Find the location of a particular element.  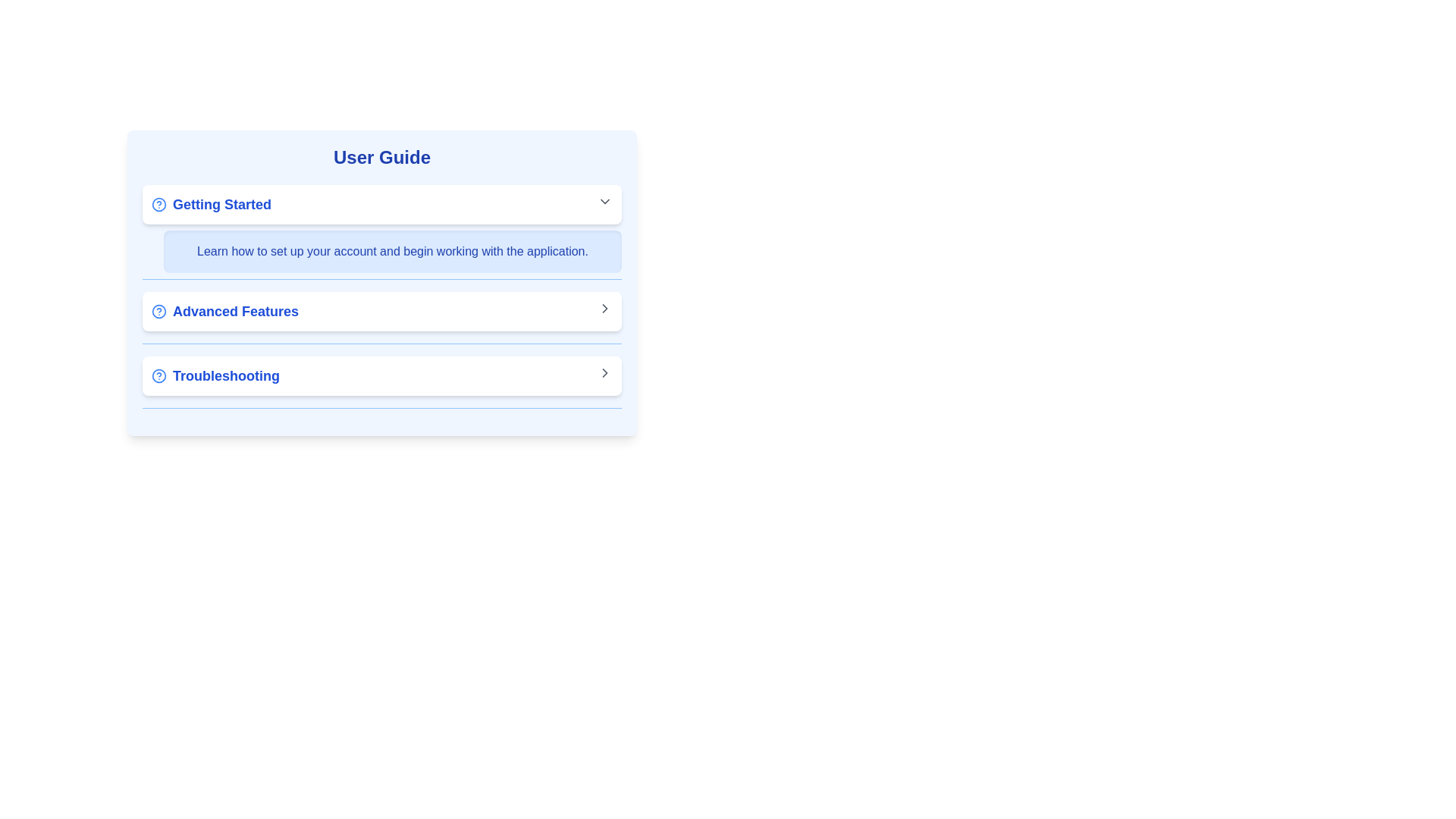

the chevron icon located on the far right side of the 'Advanced Features' section is located at coordinates (604, 308).